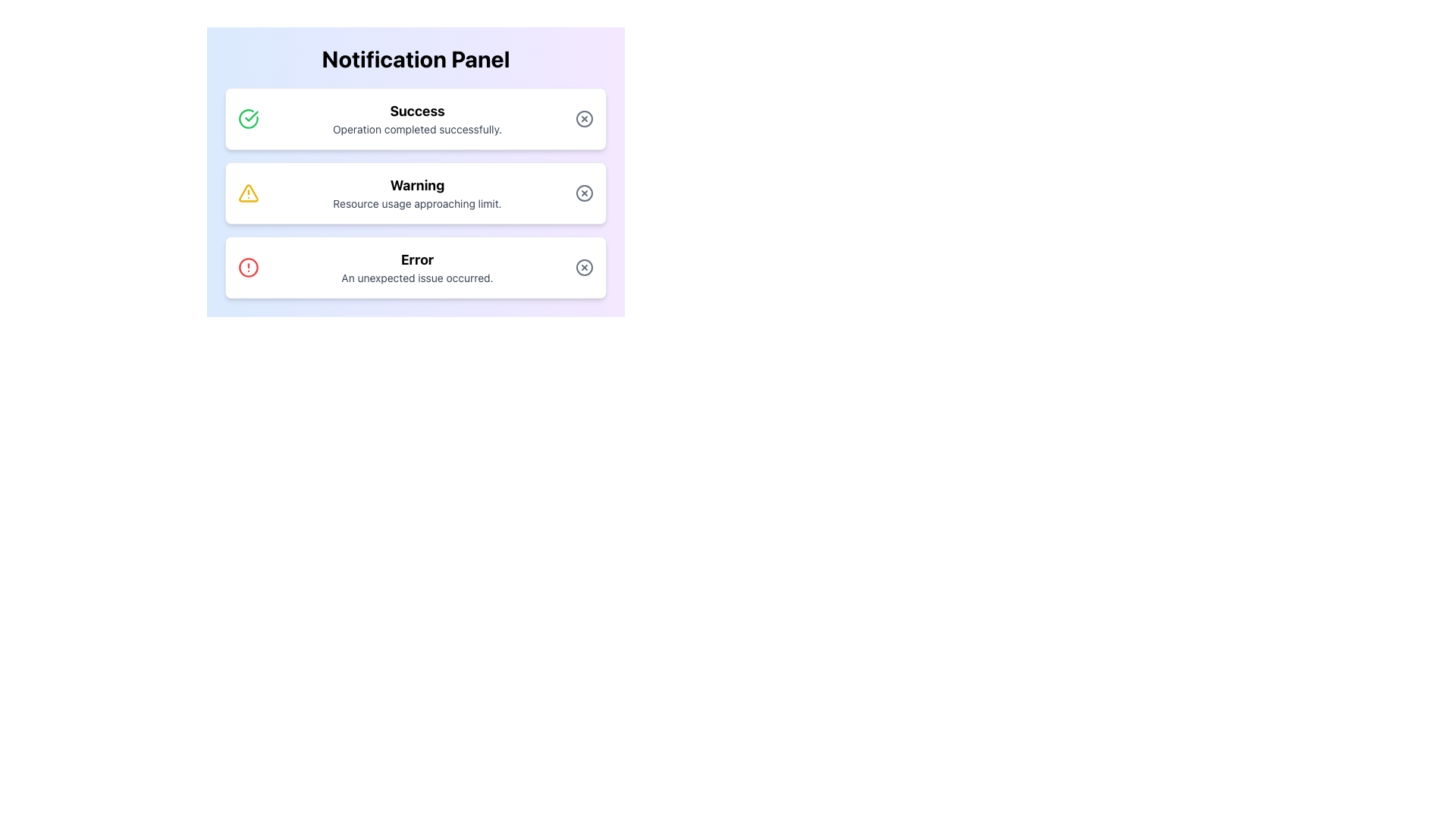 Image resolution: width=1456 pixels, height=819 pixels. What do you see at coordinates (416, 192) in the screenshot?
I see `the notification box displaying a warning message with the word 'Warning' and description 'Resource usage approaching limit.'` at bounding box center [416, 192].